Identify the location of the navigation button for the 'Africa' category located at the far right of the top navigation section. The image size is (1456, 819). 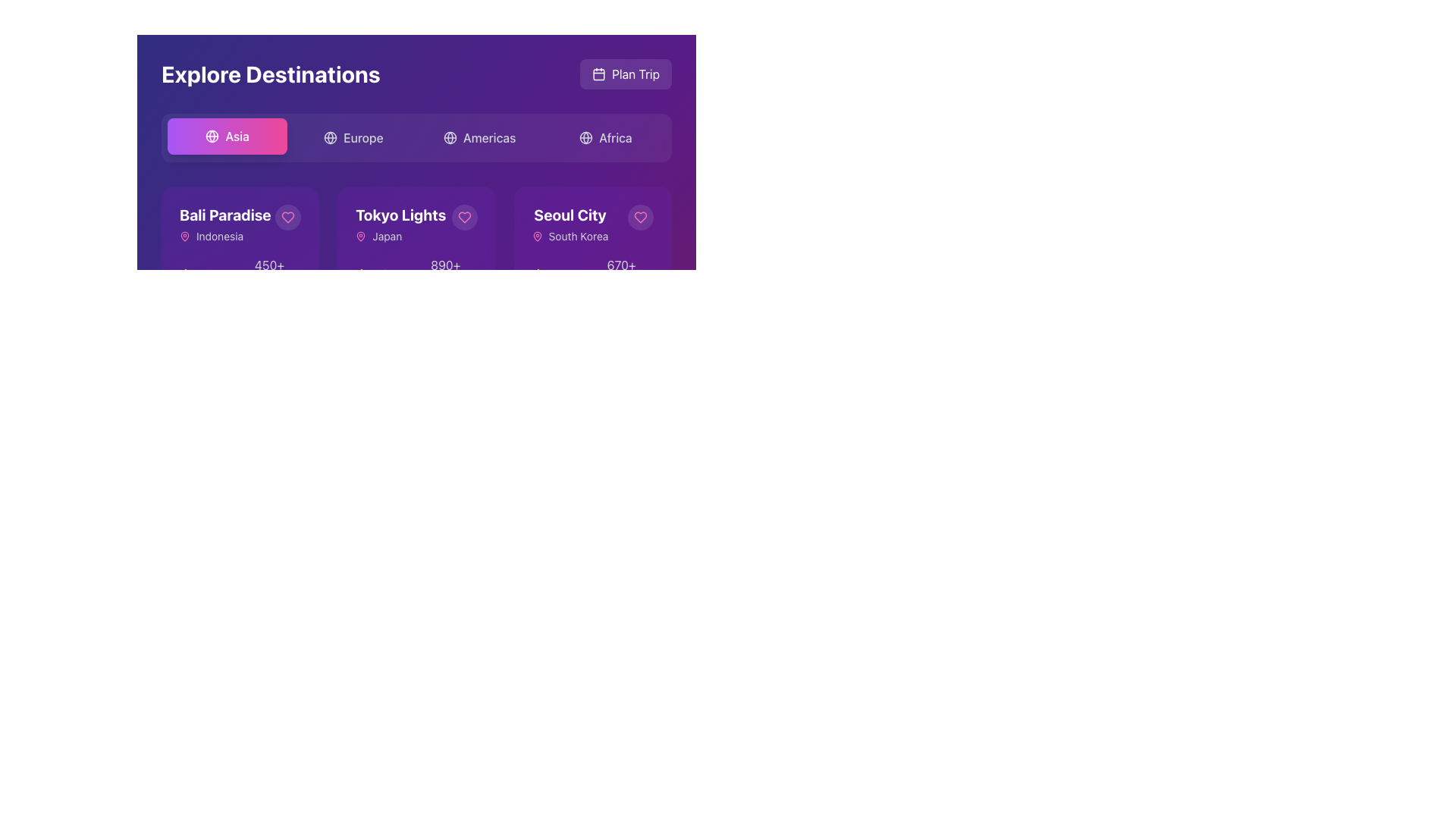
(604, 137).